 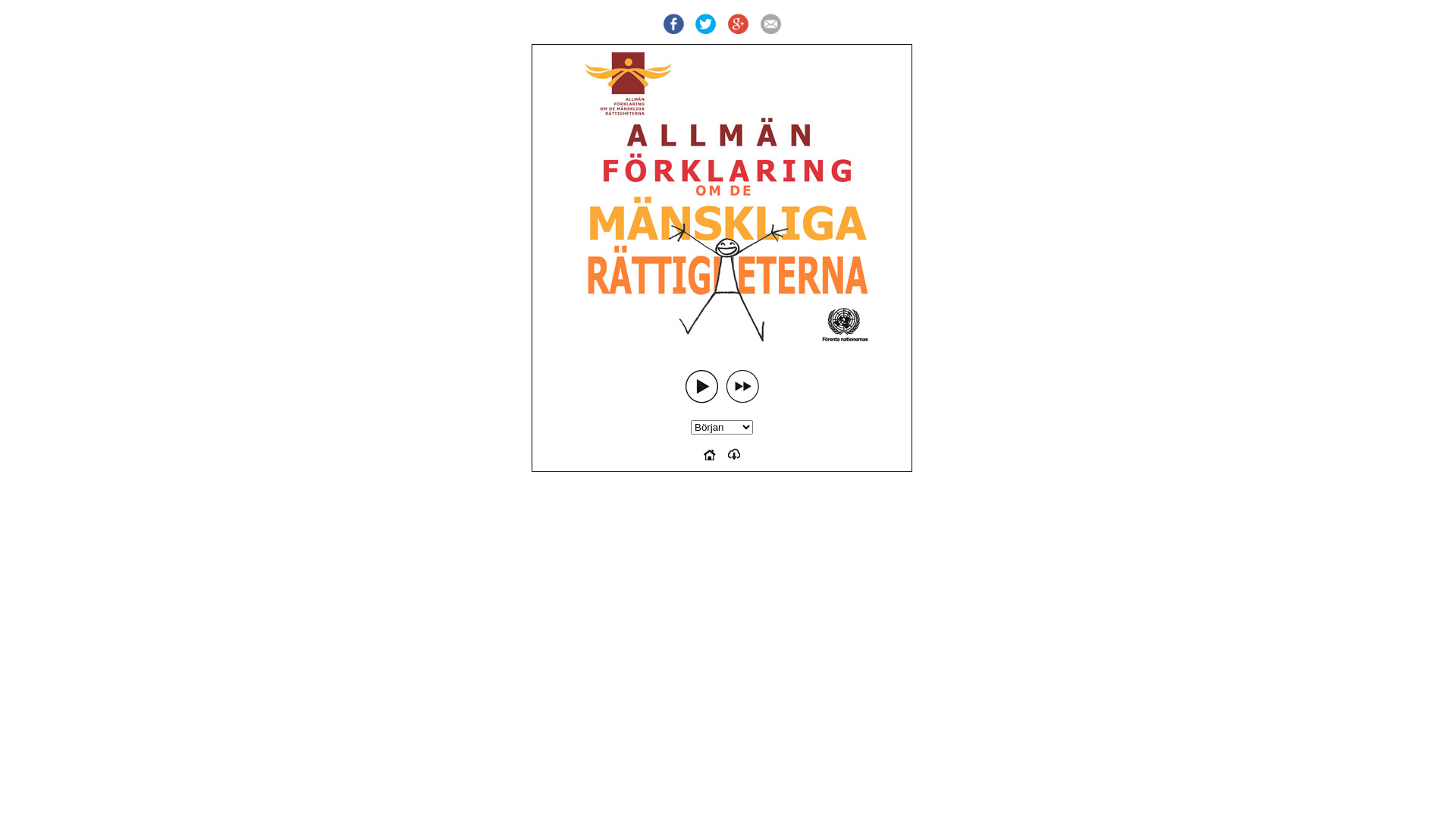 What do you see at coordinates (701, 385) in the screenshot?
I see `'Starta'` at bounding box center [701, 385].